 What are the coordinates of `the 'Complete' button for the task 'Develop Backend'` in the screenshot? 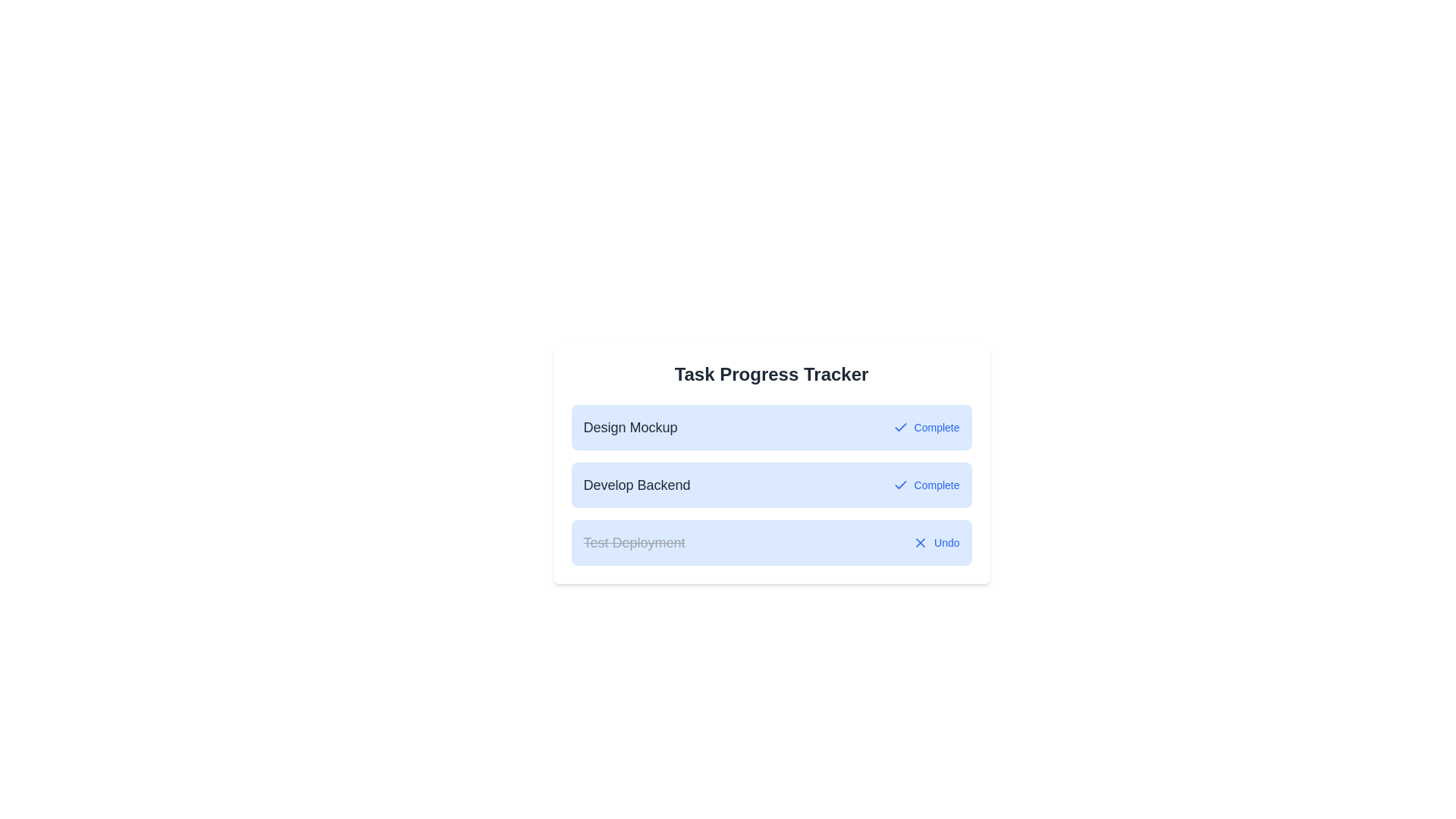 It's located at (925, 485).